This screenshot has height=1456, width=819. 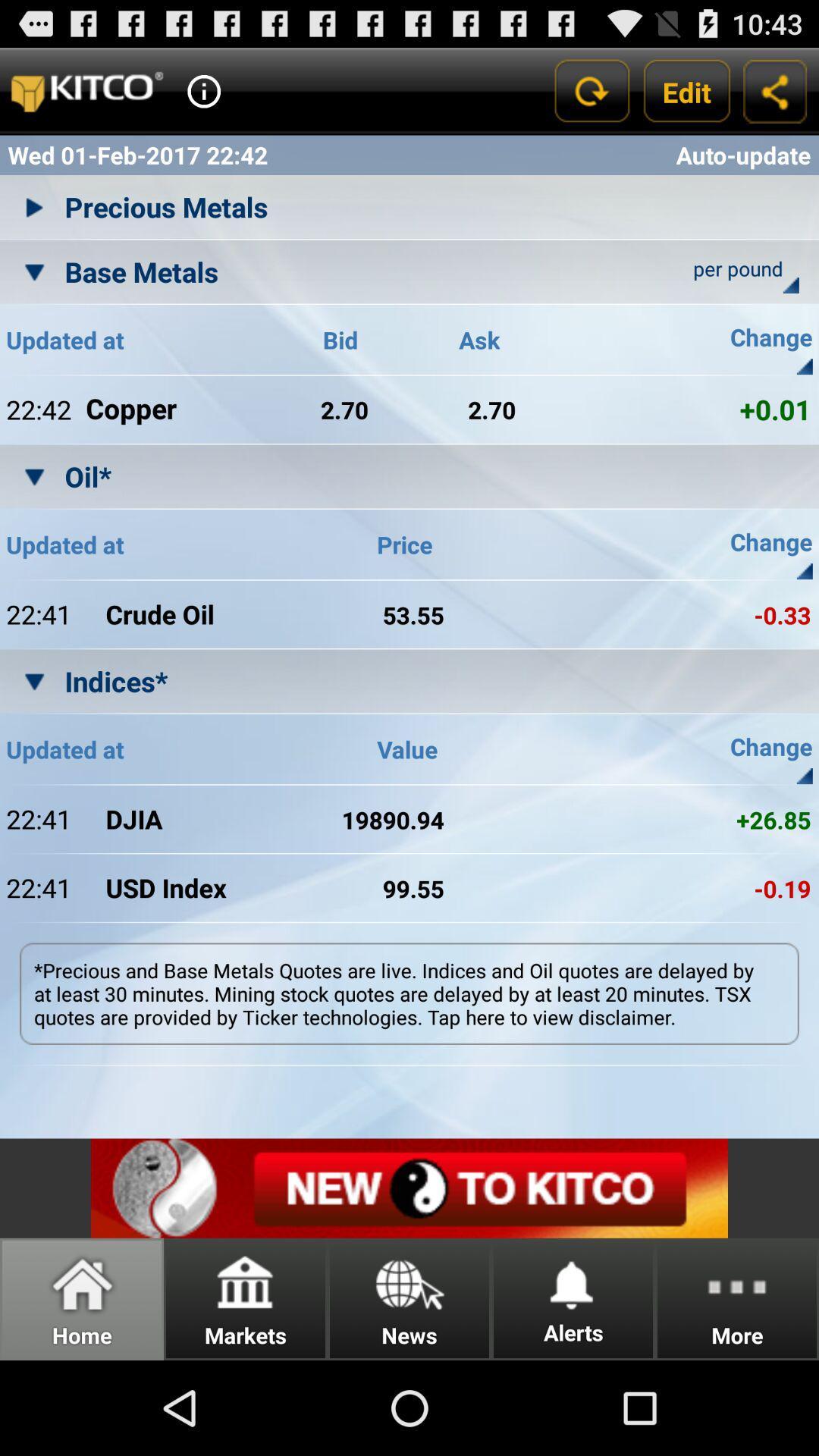 What do you see at coordinates (203, 97) in the screenshot?
I see `the info icon` at bounding box center [203, 97].